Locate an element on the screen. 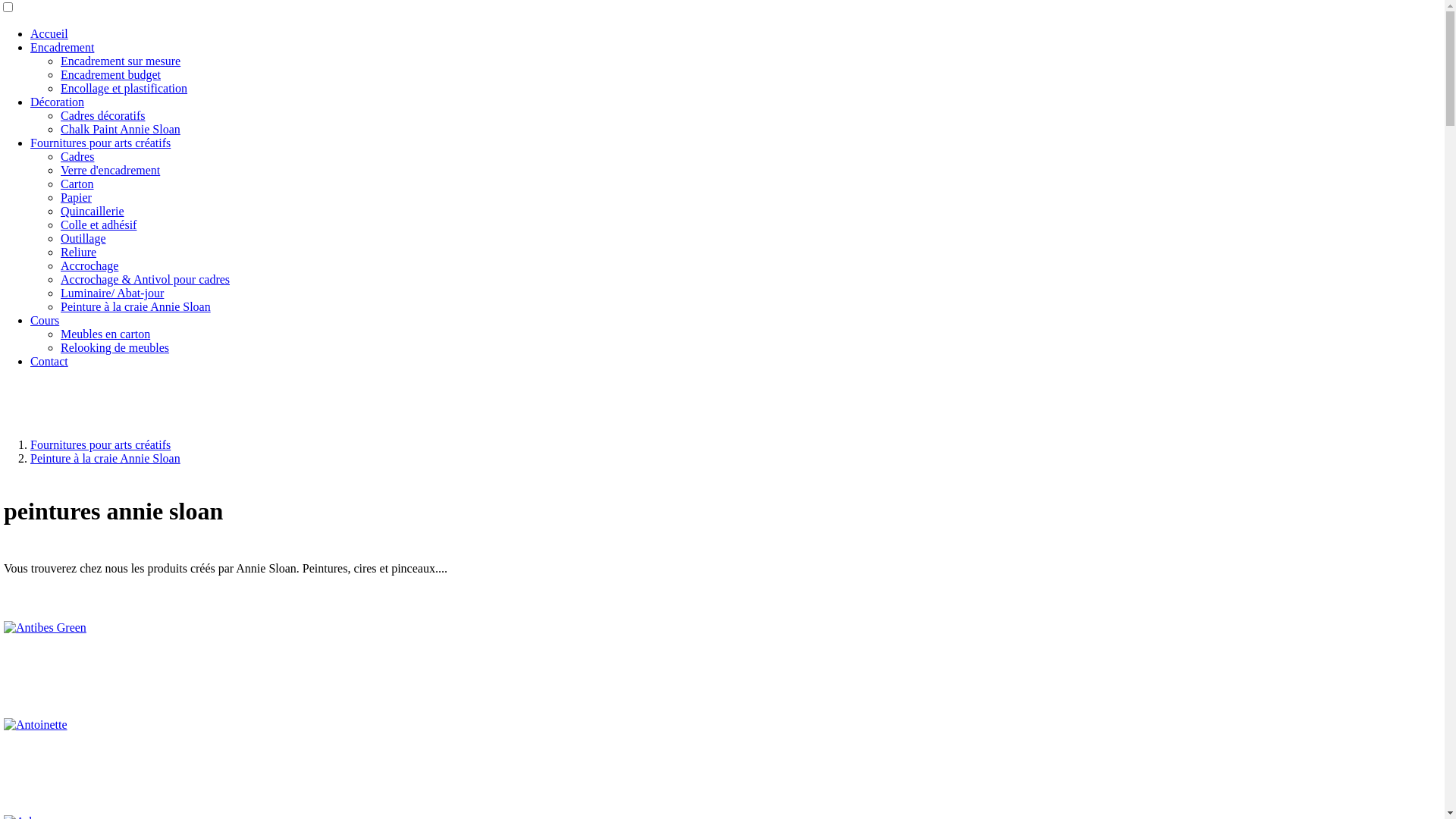 The image size is (1456, 819). 'Accrochage & Antivol pour cadres' is located at coordinates (61, 279).